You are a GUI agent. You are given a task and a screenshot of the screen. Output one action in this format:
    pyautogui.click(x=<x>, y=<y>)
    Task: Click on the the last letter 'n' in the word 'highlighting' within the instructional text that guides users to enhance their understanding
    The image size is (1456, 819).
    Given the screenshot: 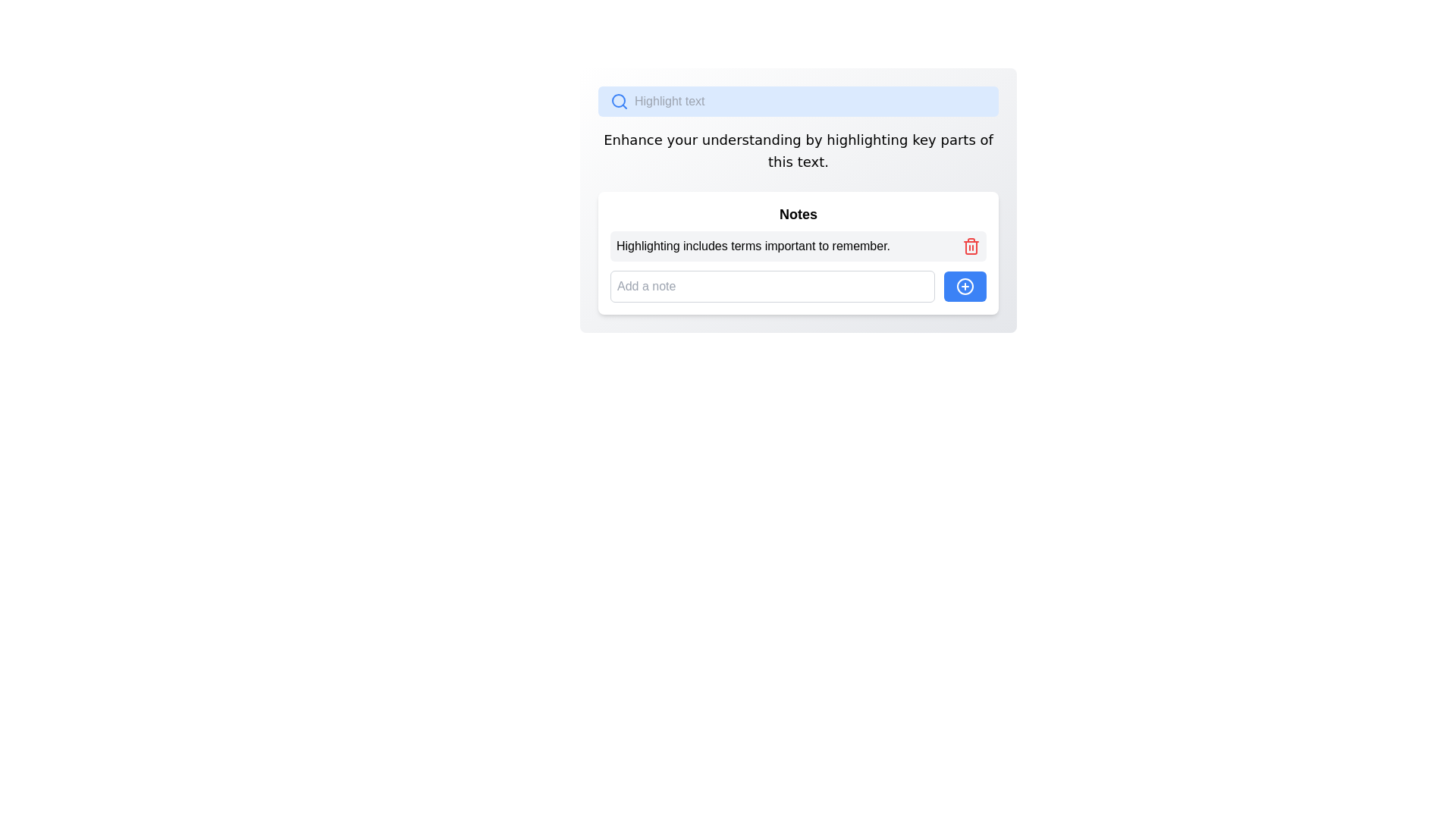 What is the action you would take?
    pyautogui.click(x=895, y=140)
    